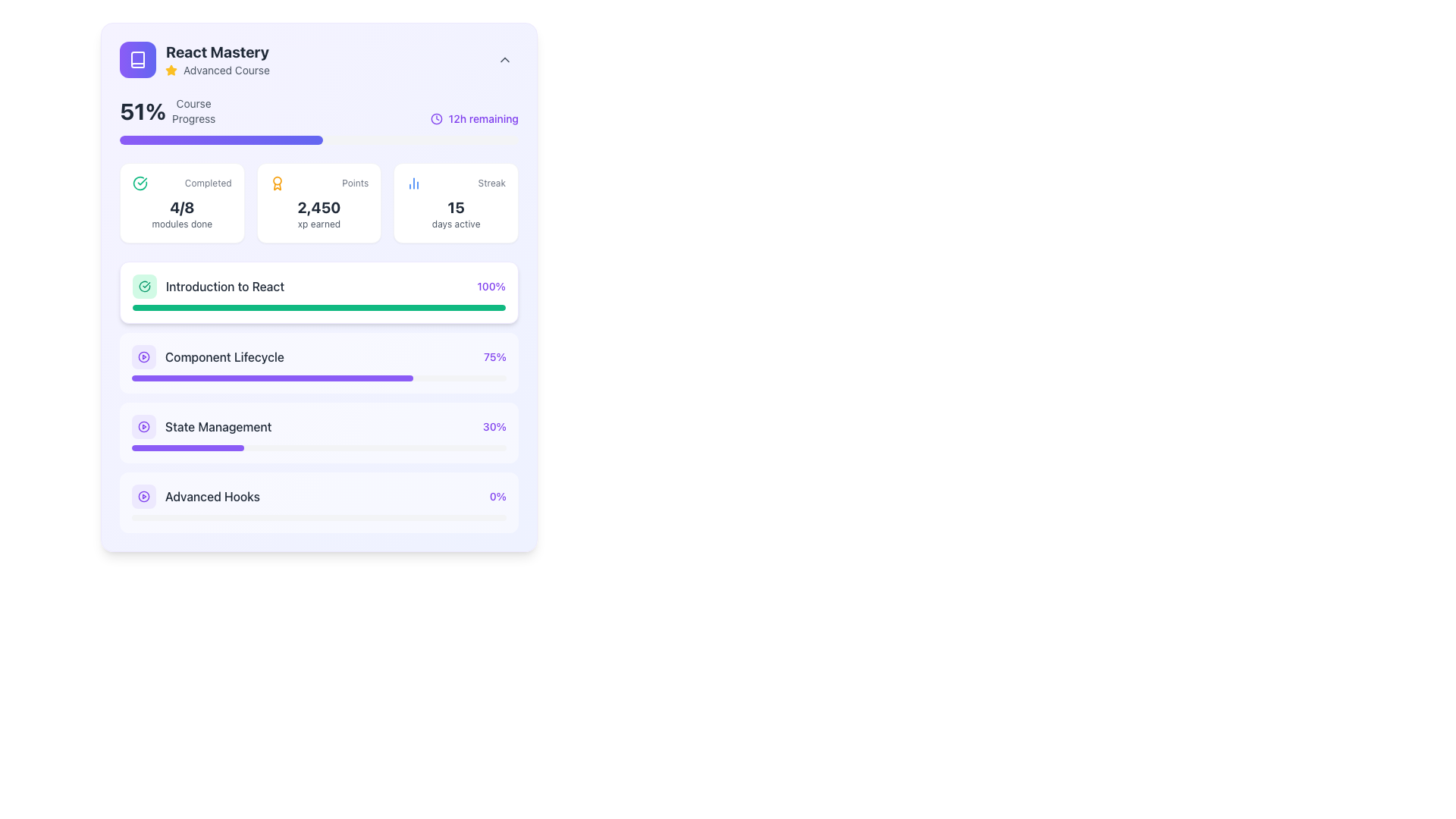 This screenshot has width=1456, height=819. Describe the element at coordinates (318, 516) in the screenshot. I see `the Progress bar that visually represents the completion progress of the 'Advanced Hooks' module, located at the bottom of the 'Advanced Hooks' section in the 'React Mastery' course` at that location.